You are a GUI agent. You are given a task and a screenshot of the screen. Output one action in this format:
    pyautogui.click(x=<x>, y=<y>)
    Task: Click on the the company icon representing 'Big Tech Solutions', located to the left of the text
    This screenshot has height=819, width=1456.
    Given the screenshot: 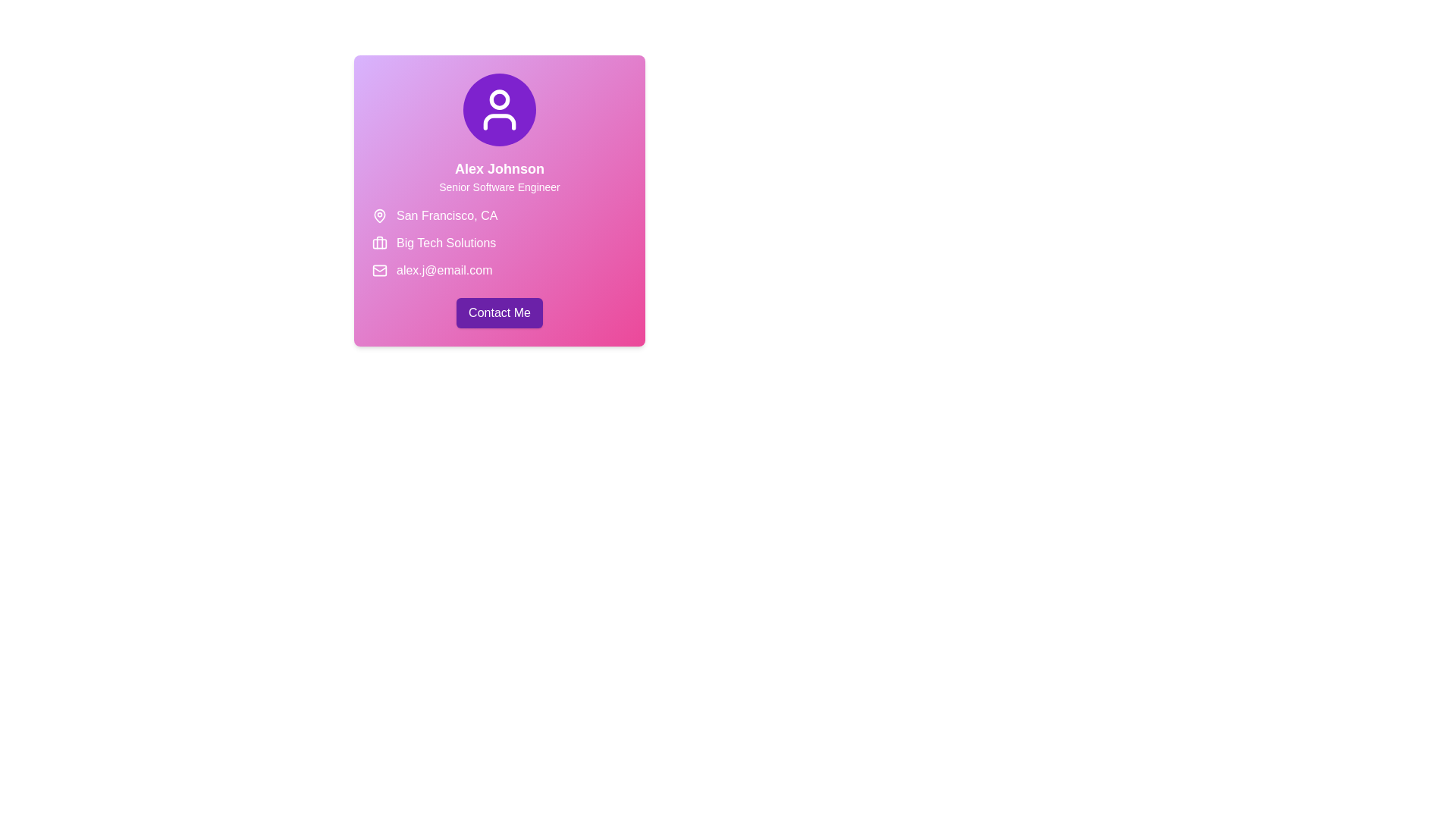 What is the action you would take?
    pyautogui.click(x=379, y=242)
    